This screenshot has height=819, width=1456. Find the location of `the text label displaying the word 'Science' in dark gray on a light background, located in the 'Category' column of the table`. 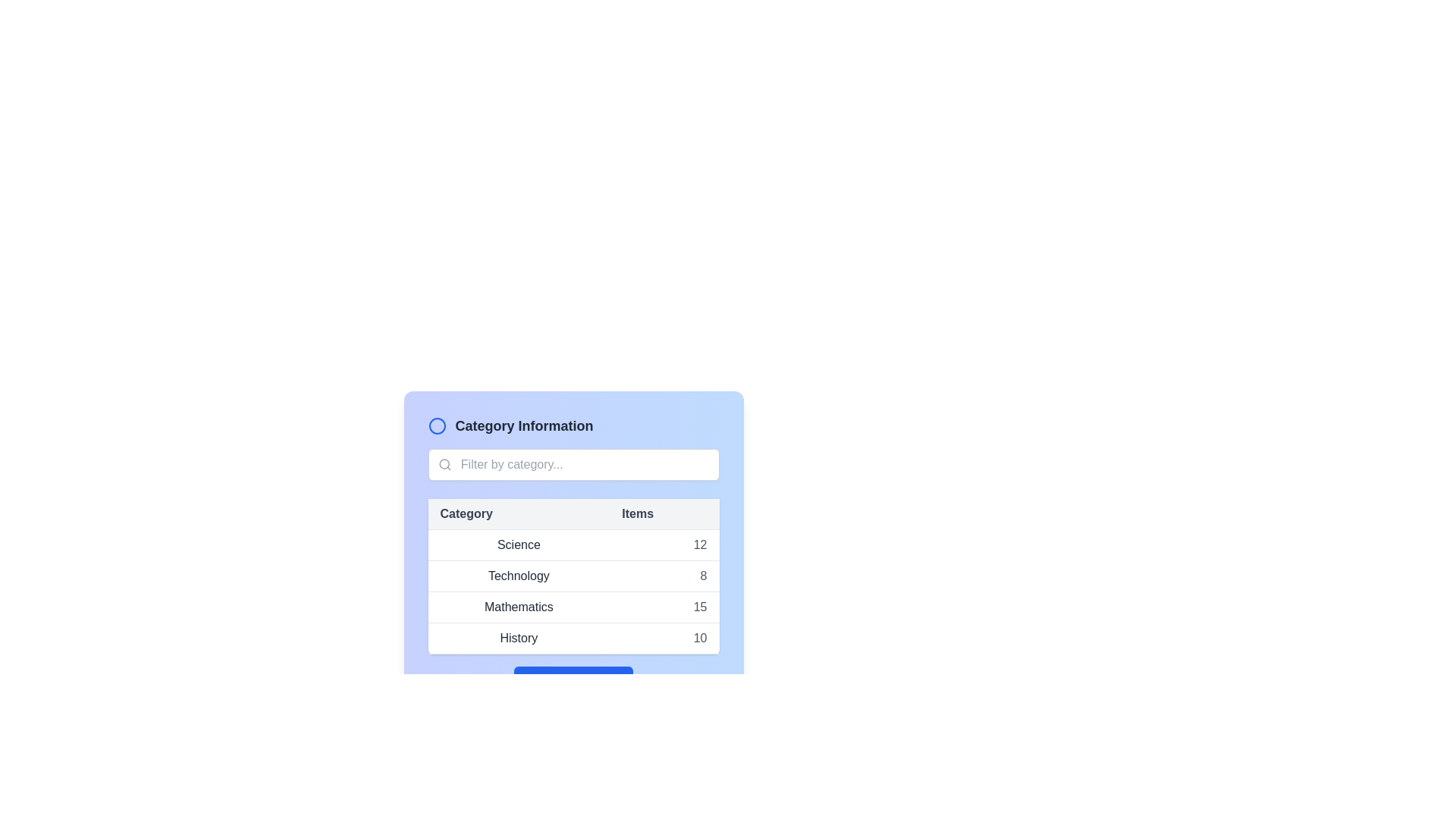

the text label displaying the word 'Science' in dark gray on a light background, located in the 'Category' column of the table is located at coordinates (519, 544).